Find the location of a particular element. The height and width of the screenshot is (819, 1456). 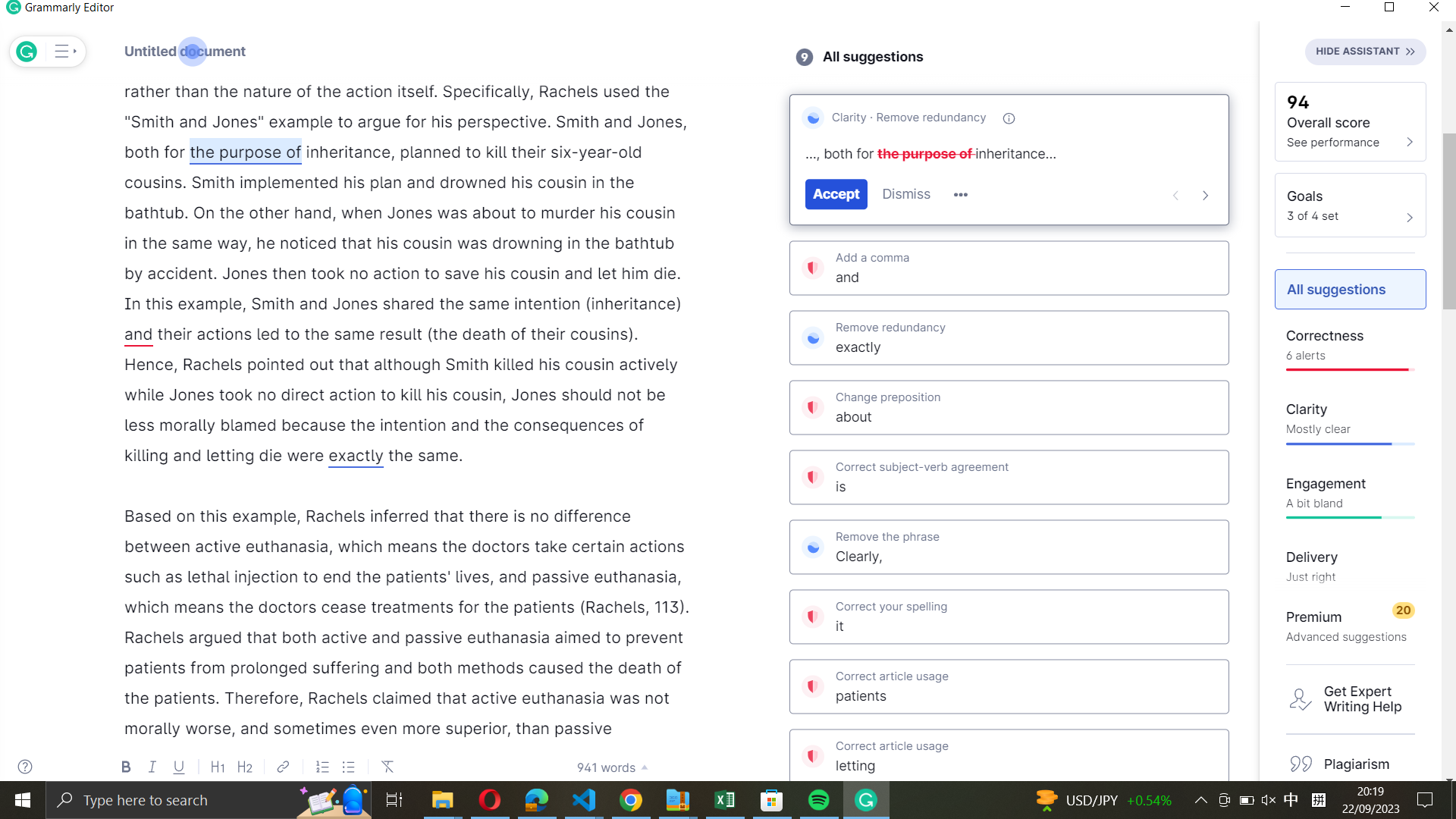

Call out the menu is located at coordinates (62, 51).